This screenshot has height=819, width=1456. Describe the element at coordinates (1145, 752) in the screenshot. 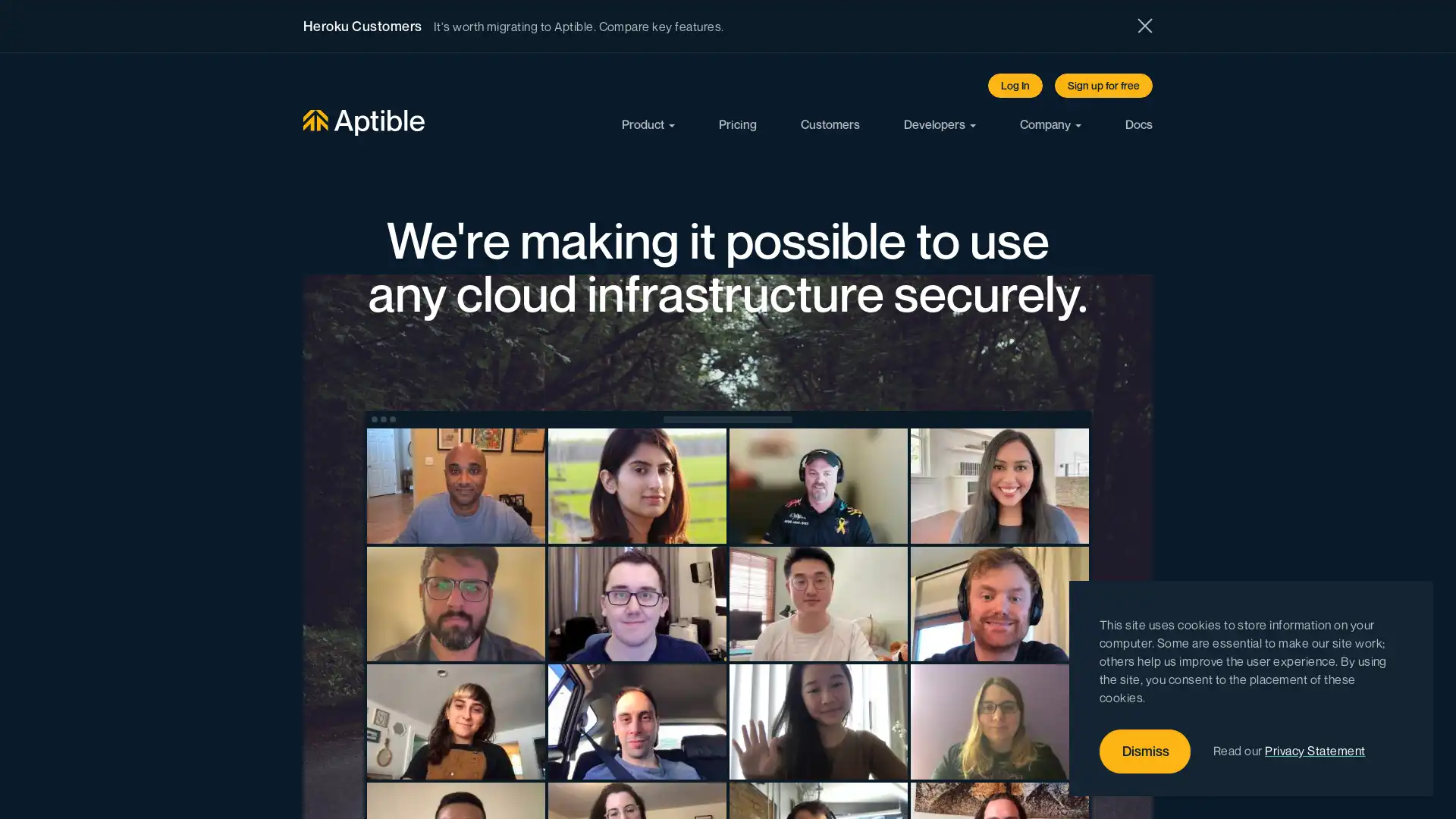

I see `Dismiss` at that location.